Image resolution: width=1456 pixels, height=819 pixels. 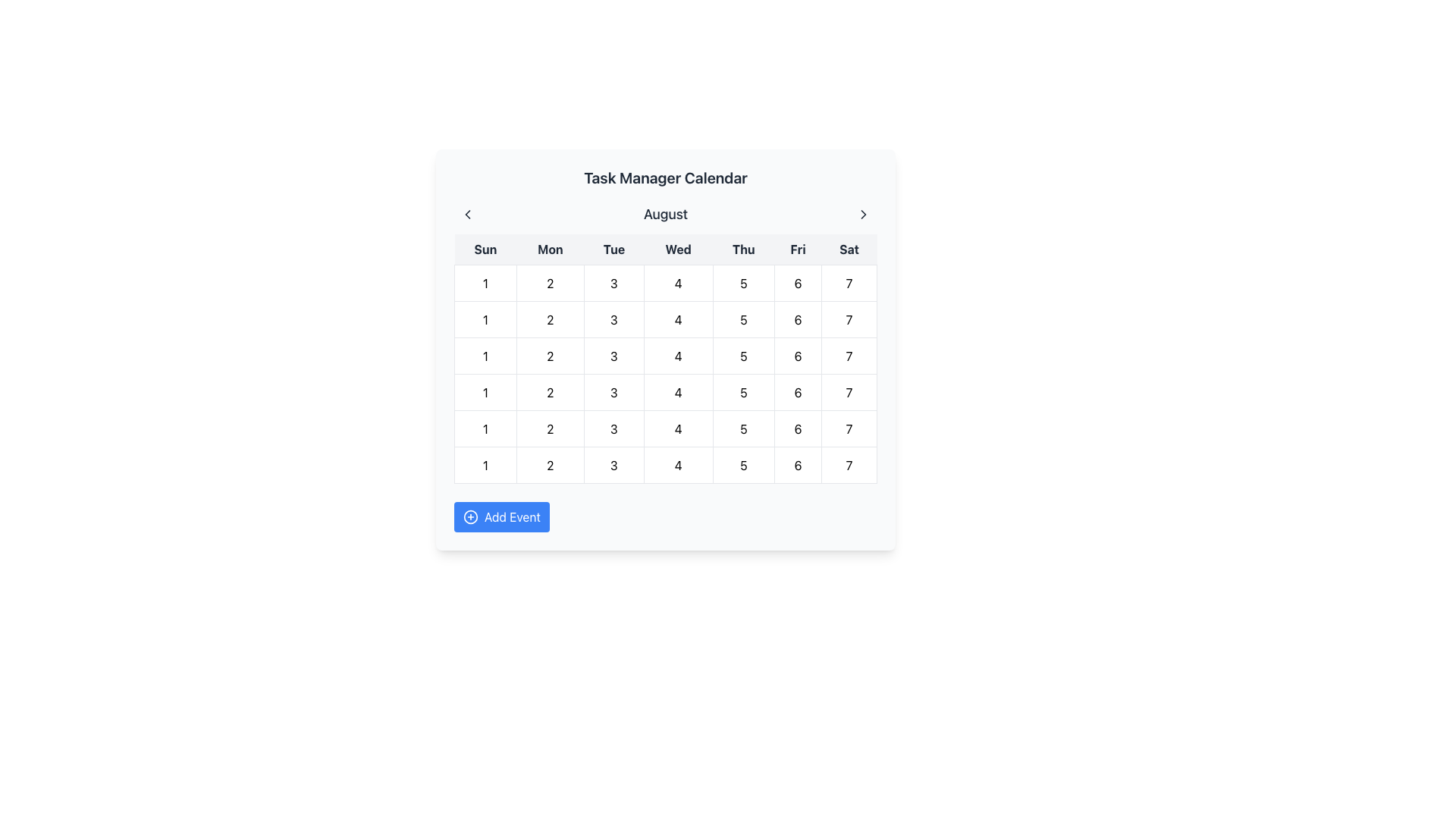 I want to click on the Text Display element showing the number '7' in the bottom-right cell of the calendar grid for Saturday, so click(x=849, y=391).